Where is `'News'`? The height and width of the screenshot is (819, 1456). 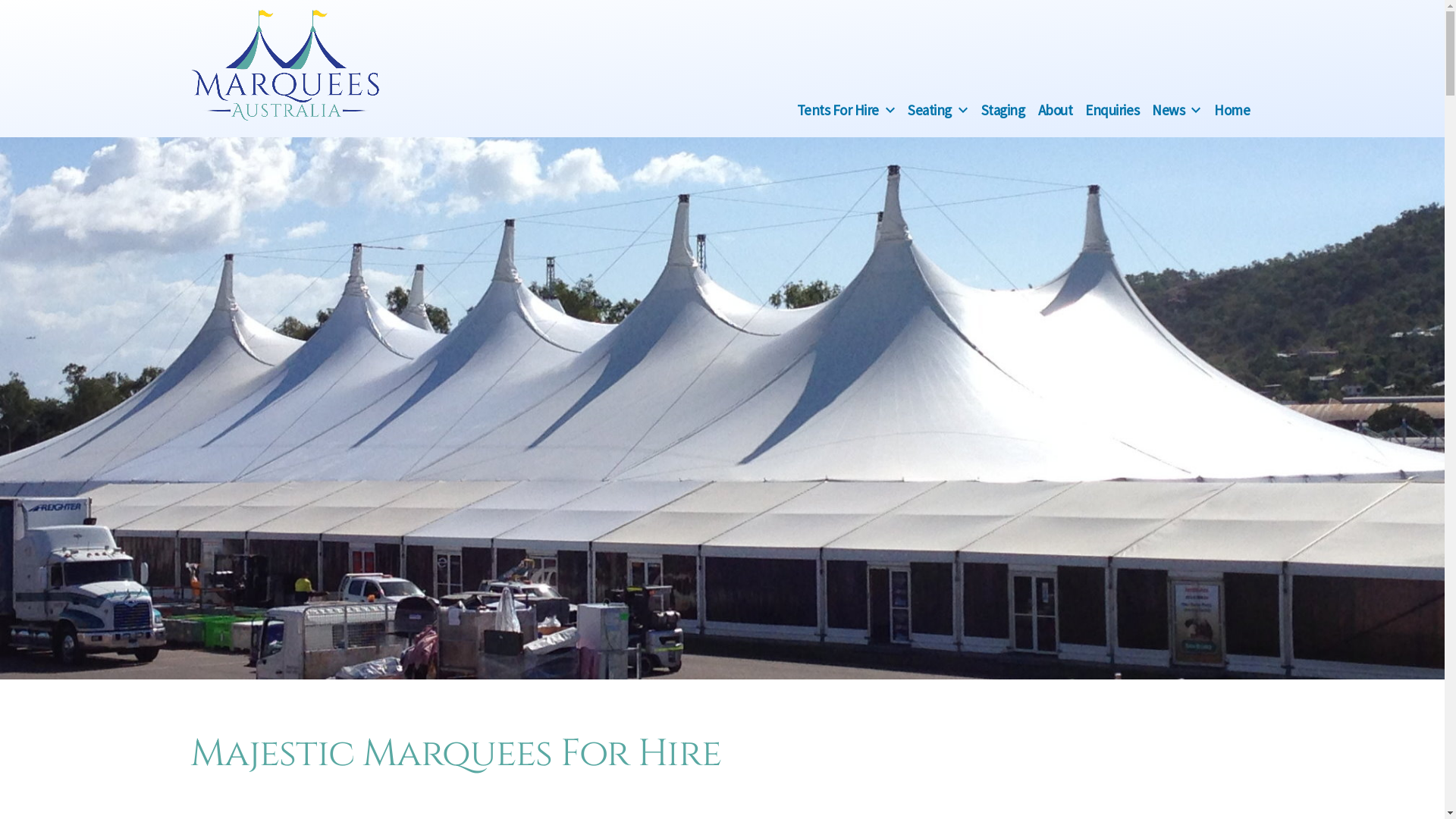
'News' is located at coordinates (1167, 108).